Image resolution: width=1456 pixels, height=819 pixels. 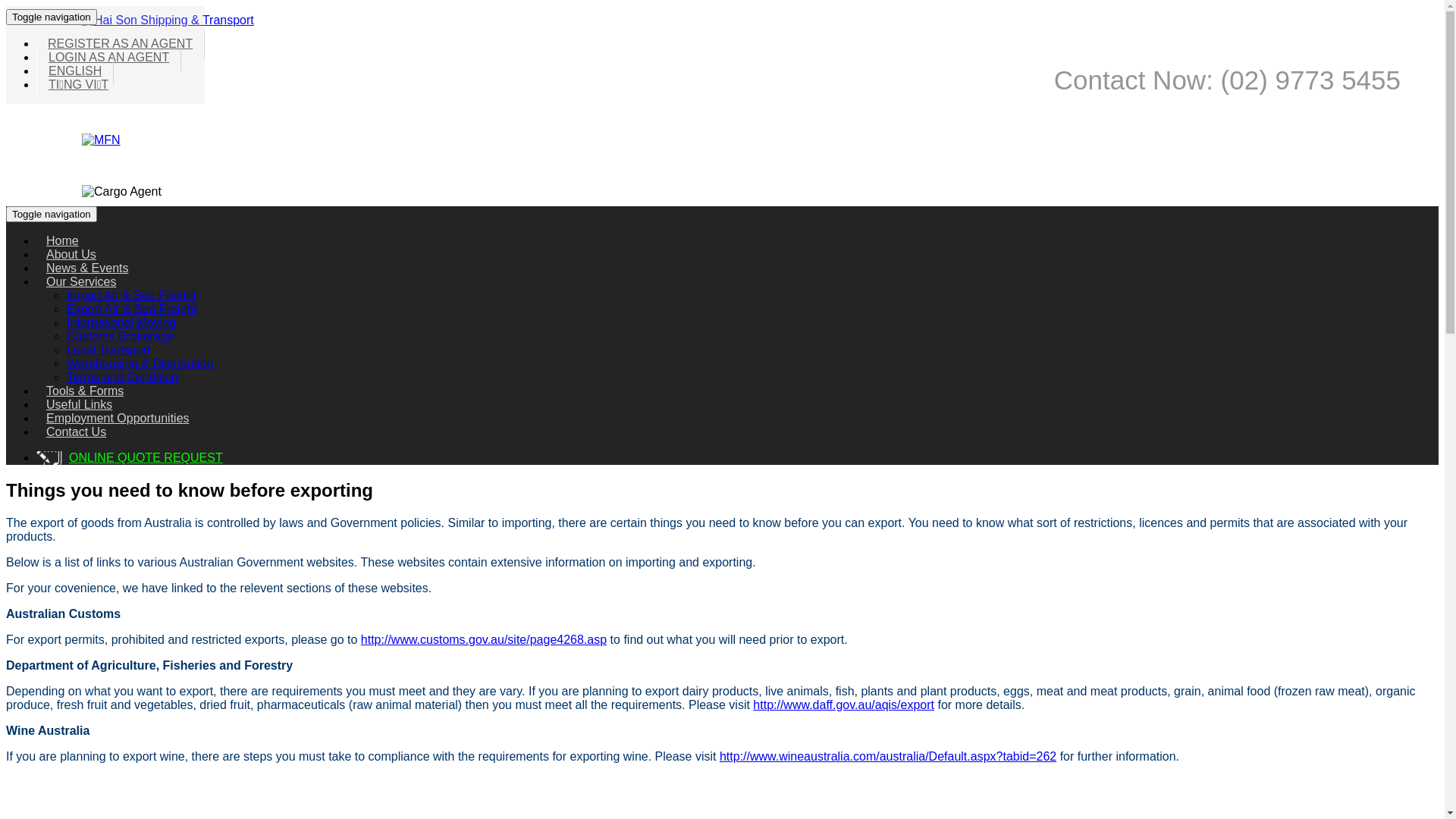 What do you see at coordinates (122, 376) in the screenshot?
I see `'Terms and Condition'` at bounding box center [122, 376].